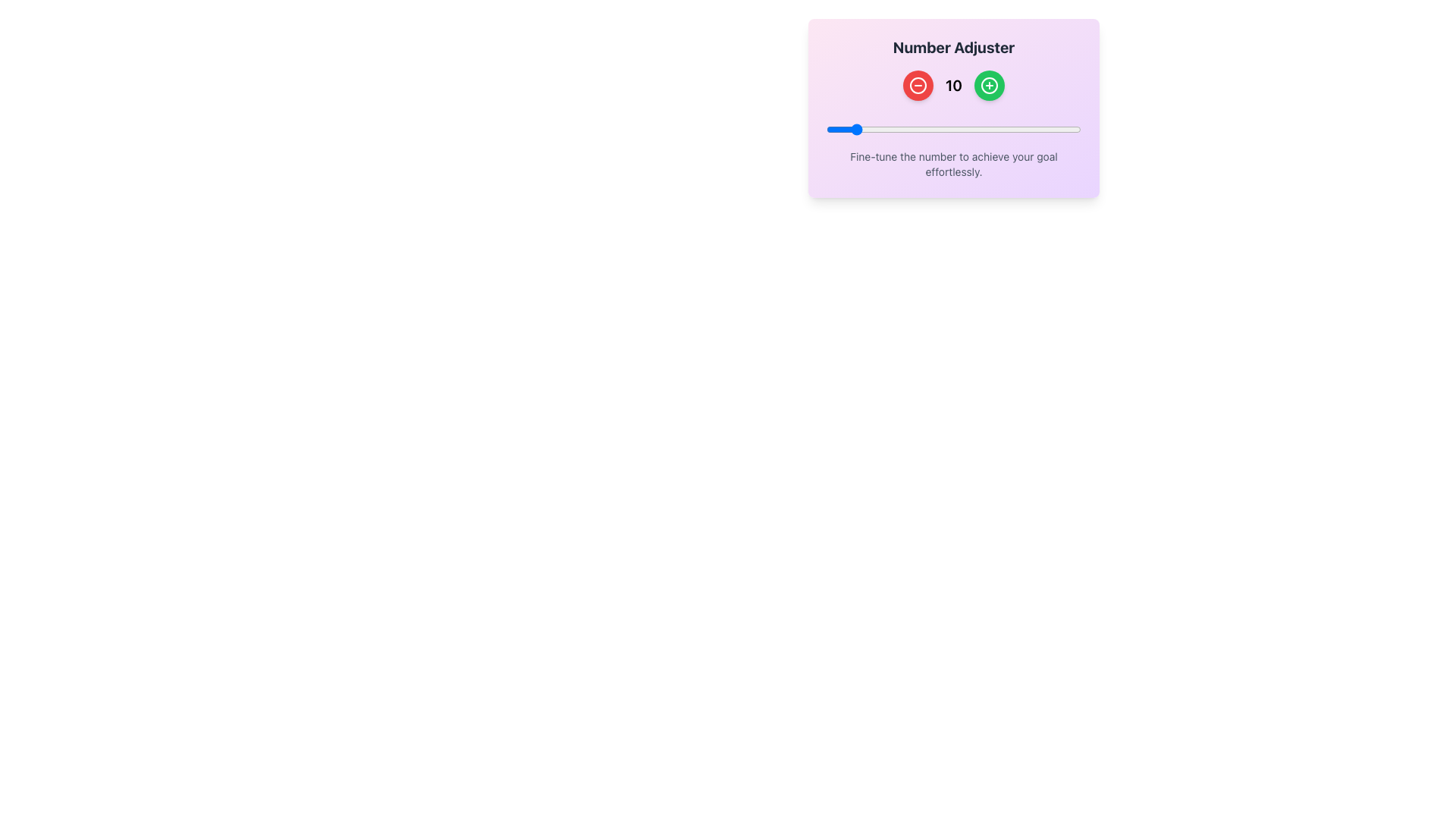 The image size is (1456, 819). Describe the element at coordinates (1047, 128) in the screenshot. I see `the slider` at that location.